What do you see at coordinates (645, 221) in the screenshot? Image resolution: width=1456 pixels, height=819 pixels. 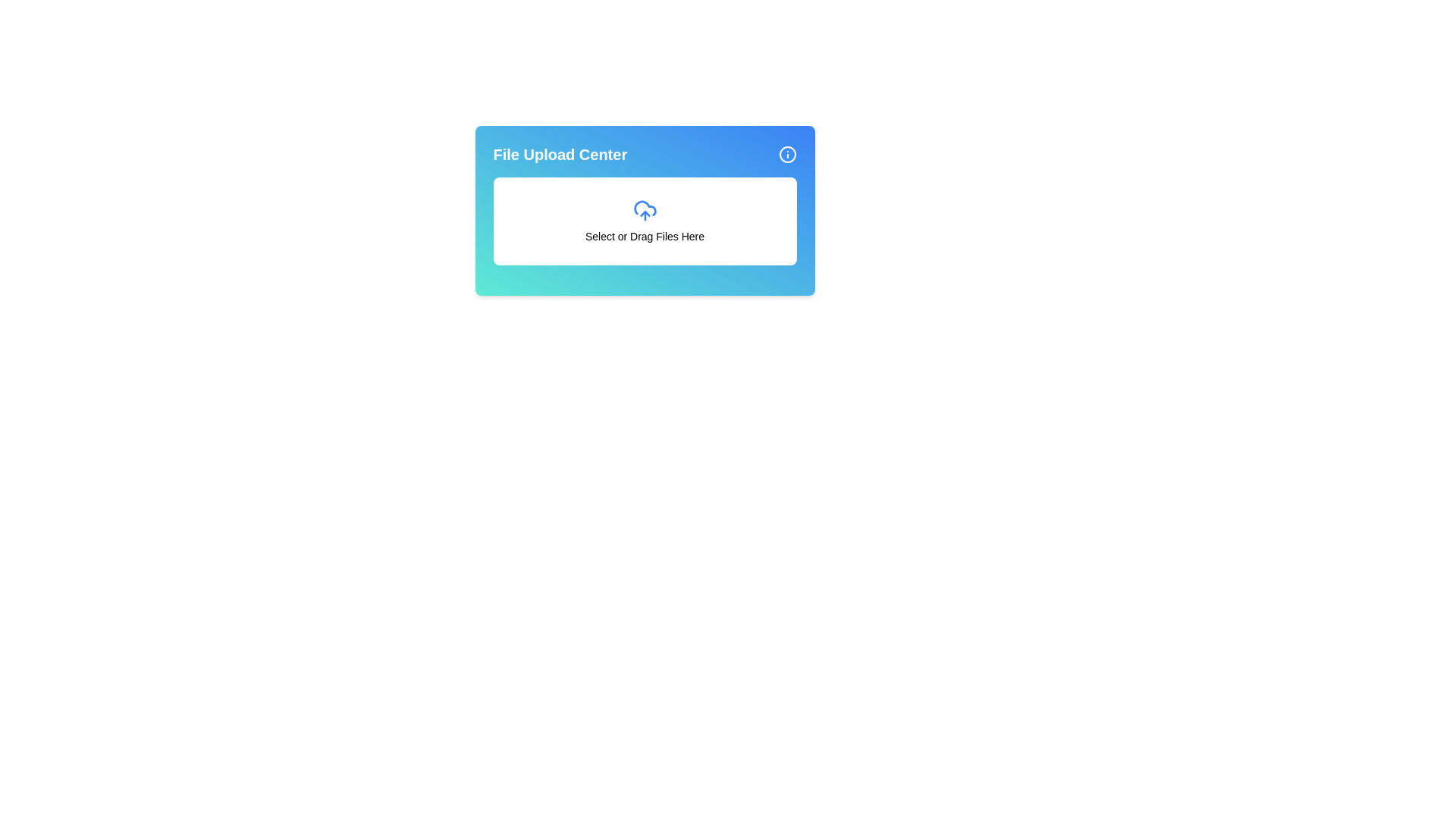 I see `the Interactive Upload Zone, which is a centrally positioned rectangle with rounded corners and contains an upload icon and the text 'Select or Drag Files Here', to observe potential visual feedback` at bounding box center [645, 221].